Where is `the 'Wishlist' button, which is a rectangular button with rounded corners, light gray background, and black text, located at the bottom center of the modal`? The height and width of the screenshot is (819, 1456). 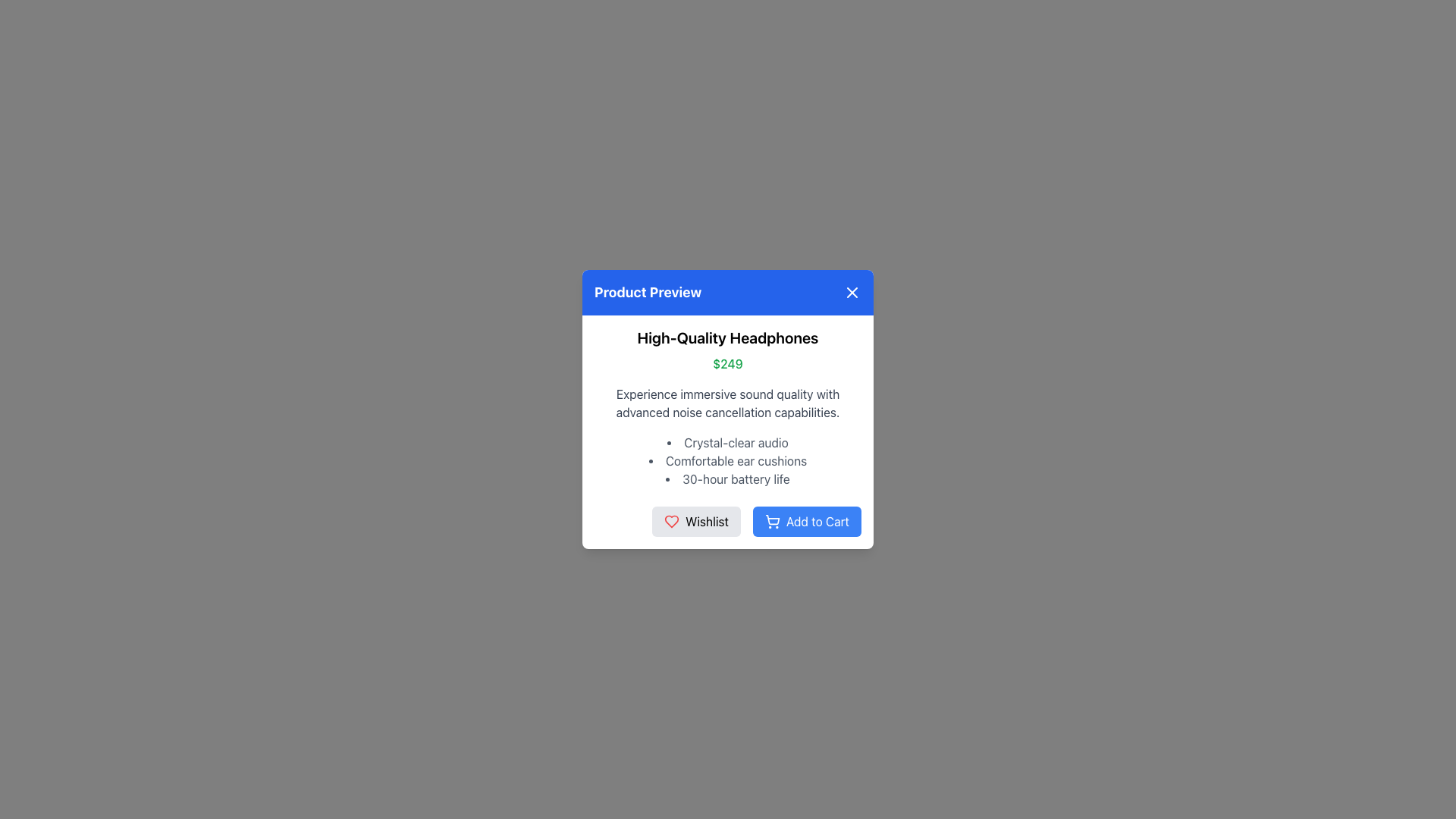 the 'Wishlist' button, which is a rectangular button with rounded corners, light gray background, and black text, located at the bottom center of the modal is located at coordinates (695, 520).